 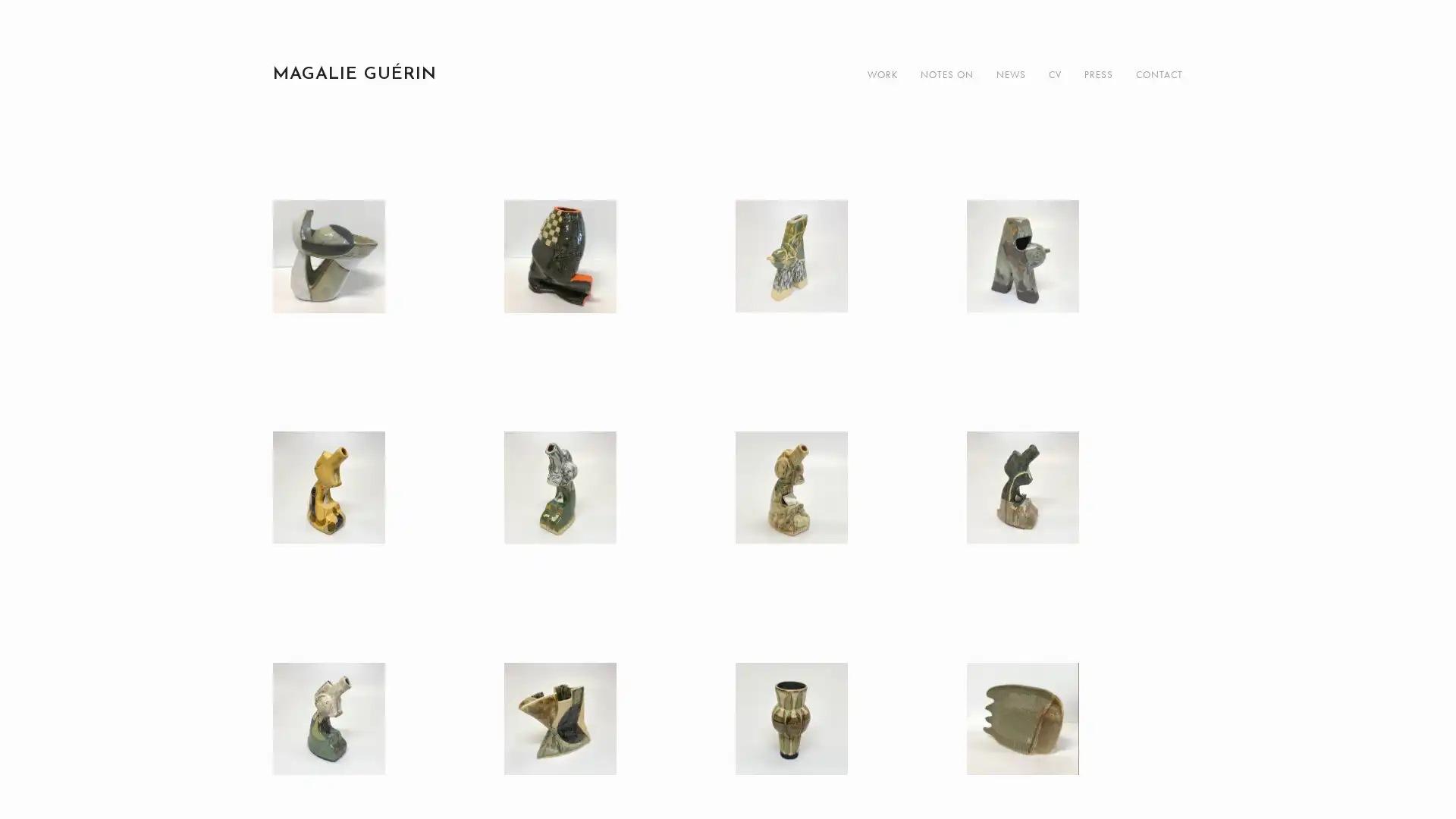 I want to click on View fullsize IMG_4416.JPG, so click(x=612, y=307).